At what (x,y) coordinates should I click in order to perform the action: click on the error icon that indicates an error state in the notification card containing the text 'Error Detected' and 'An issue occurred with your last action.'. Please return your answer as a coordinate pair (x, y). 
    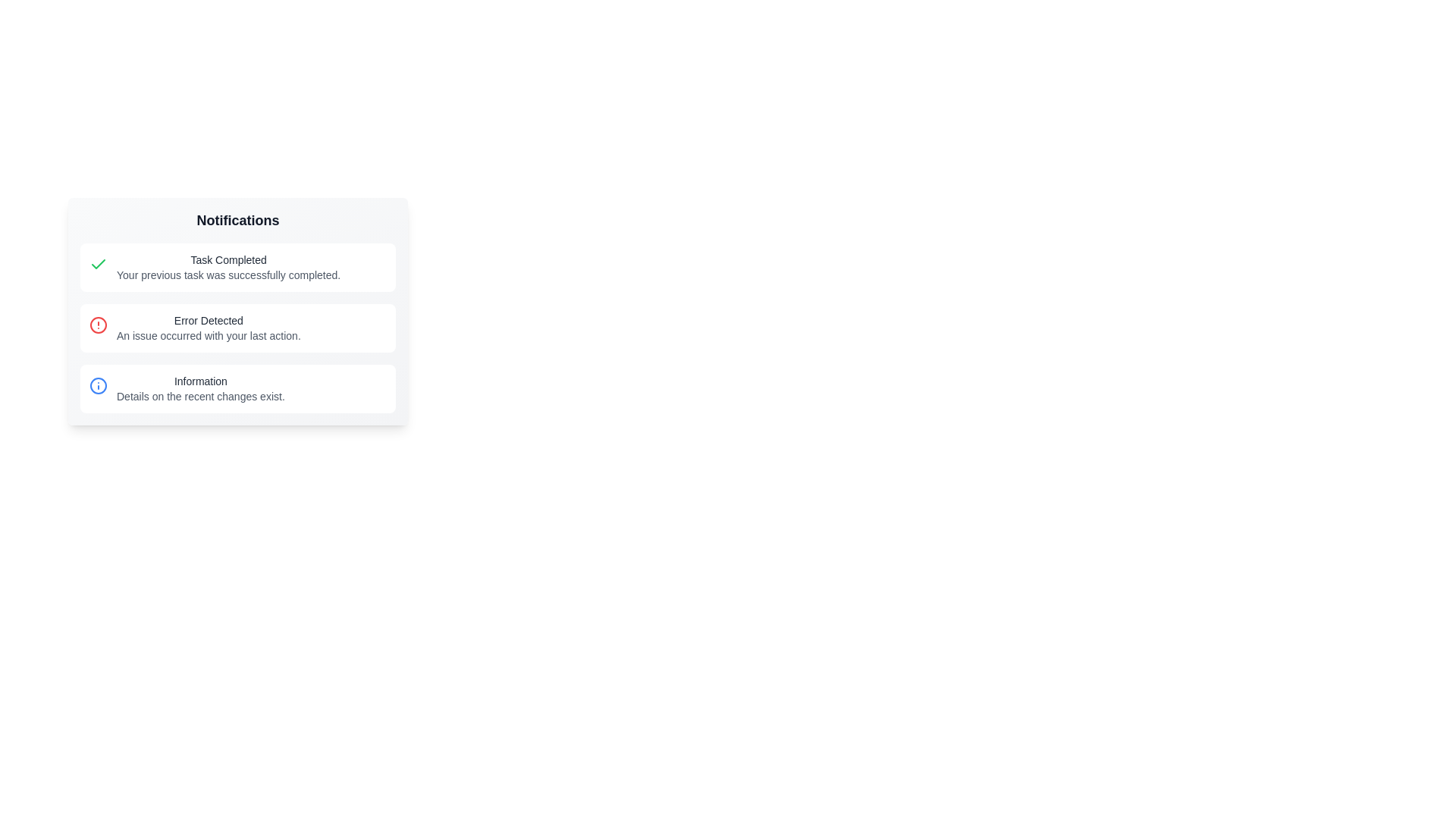
    Looking at the image, I should click on (97, 324).